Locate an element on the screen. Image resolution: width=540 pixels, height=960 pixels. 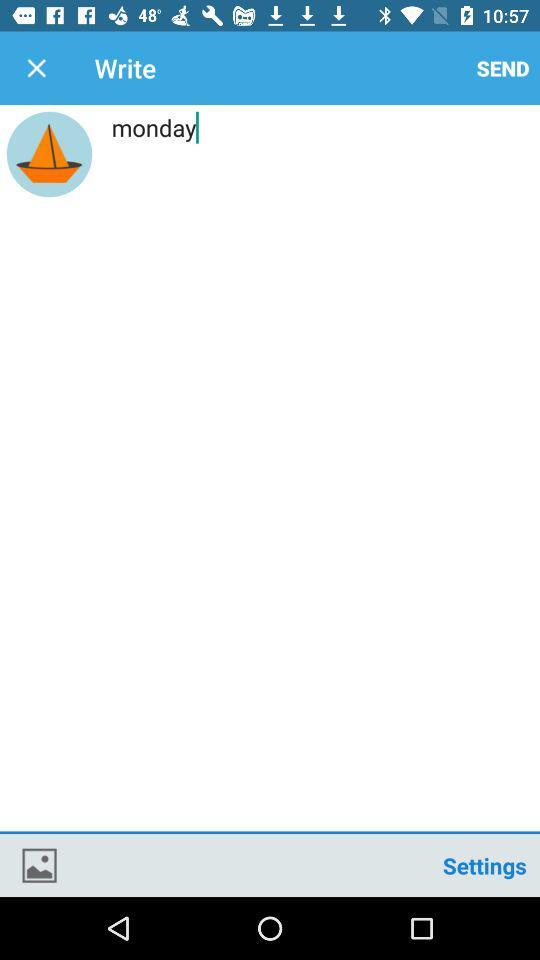
settings is located at coordinates (483, 864).